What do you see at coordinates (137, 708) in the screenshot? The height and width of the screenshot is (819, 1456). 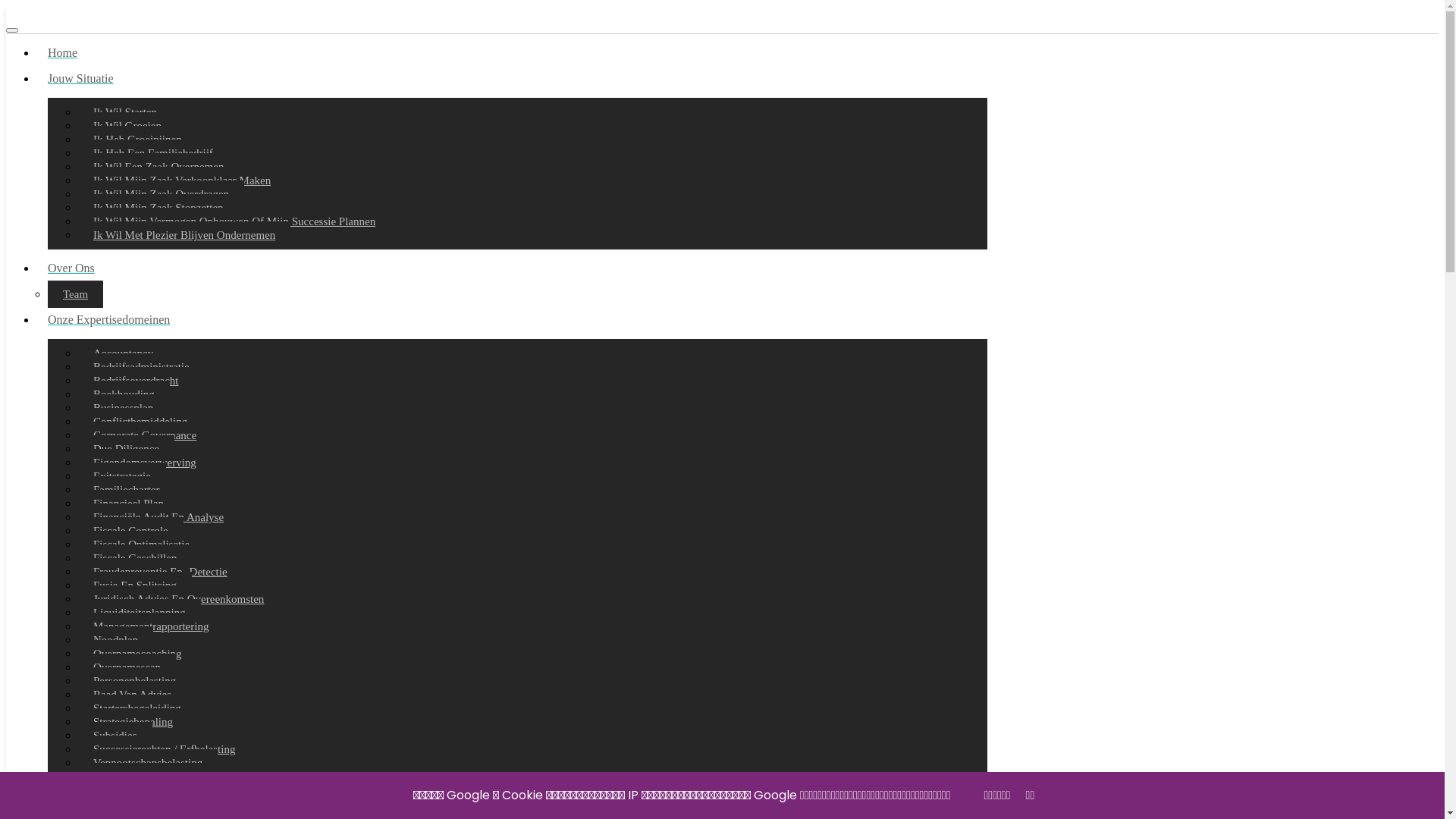 I see `'Startersbegeleiding'` at bounding box center [137, 708].